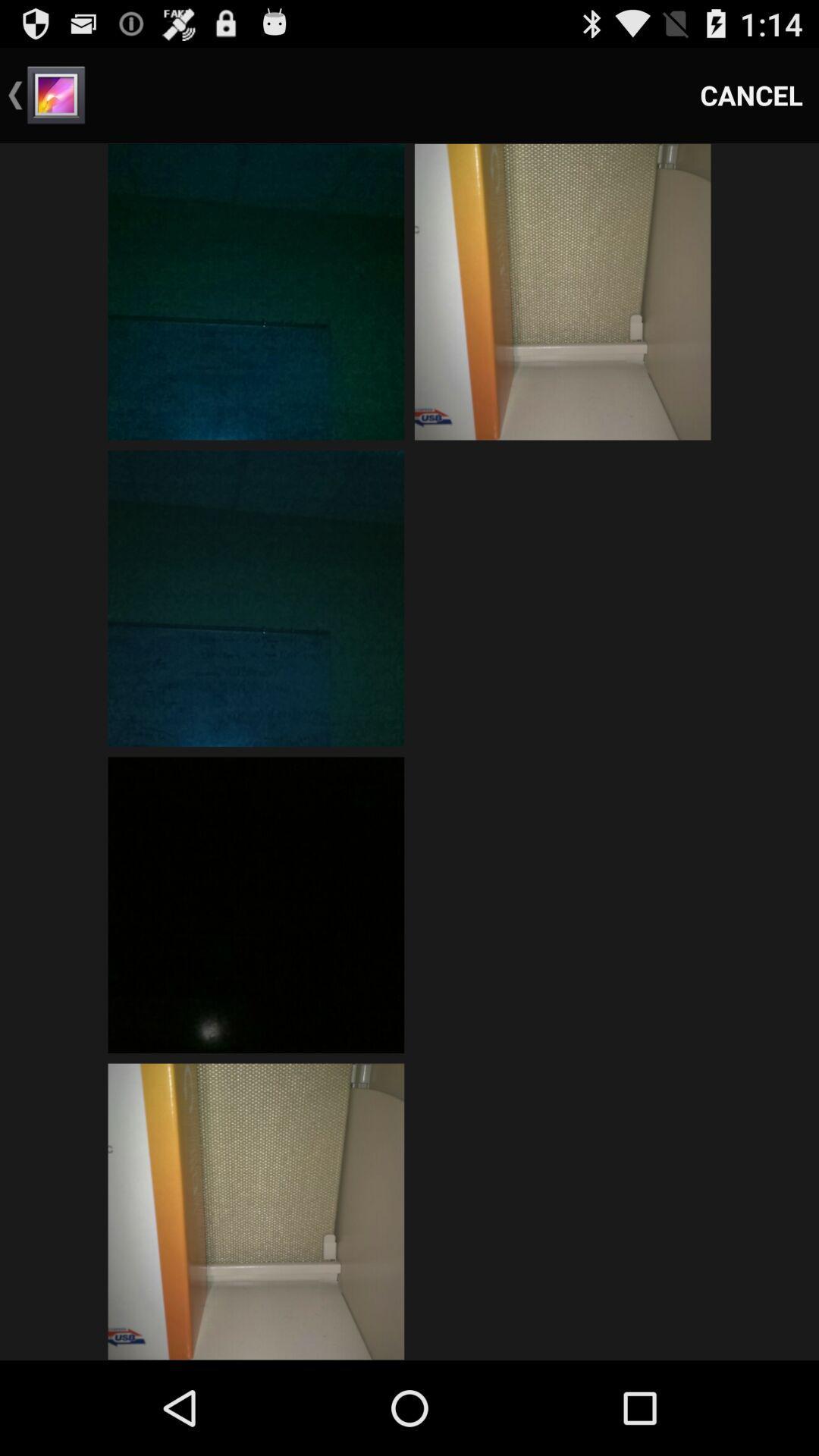 The image size is (819, 1456). I want to click on the cancel, so click(752, 94).